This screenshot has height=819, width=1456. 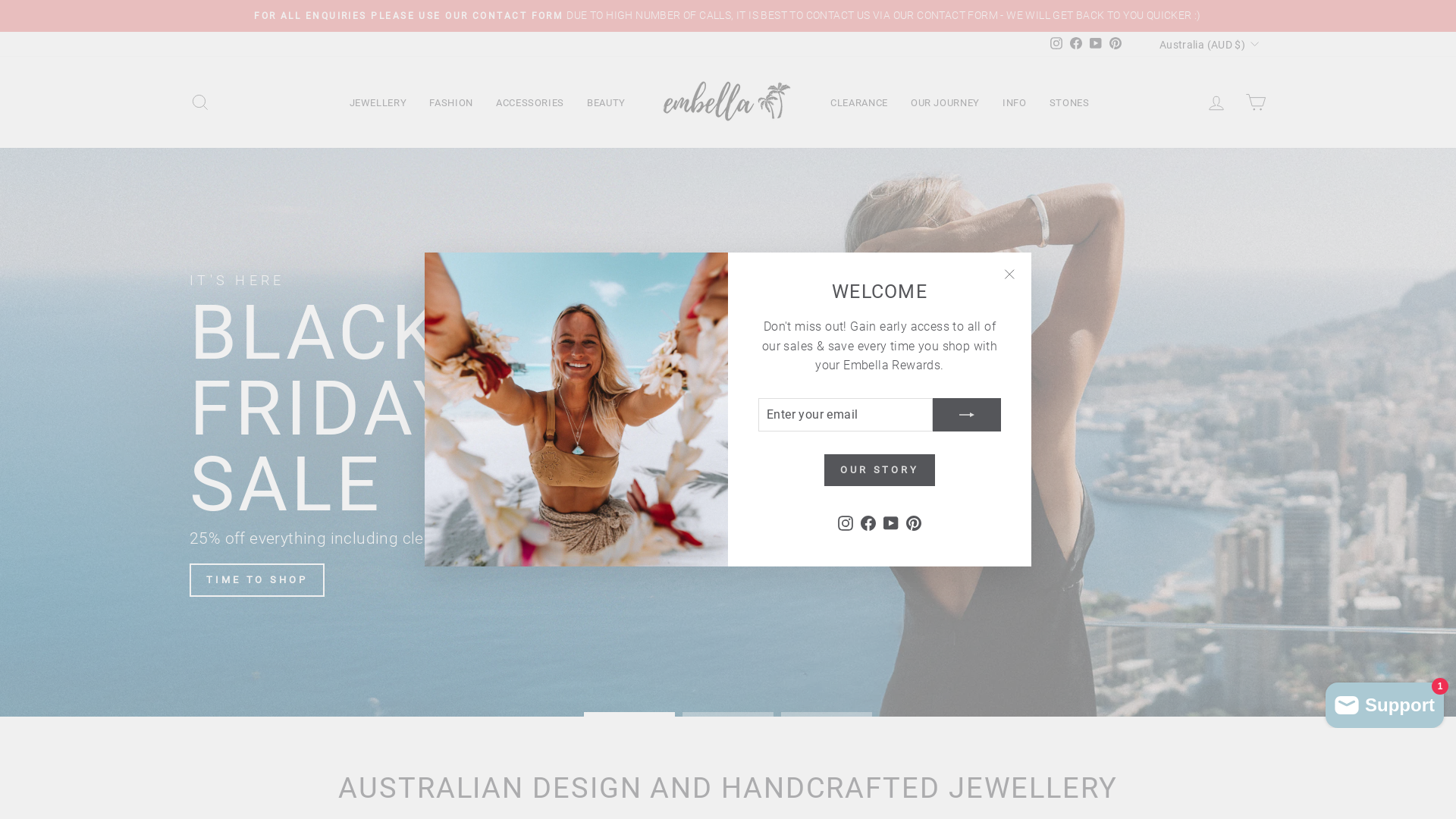 I want to click on 'JEWELLERY', so click(x=378, y=102).